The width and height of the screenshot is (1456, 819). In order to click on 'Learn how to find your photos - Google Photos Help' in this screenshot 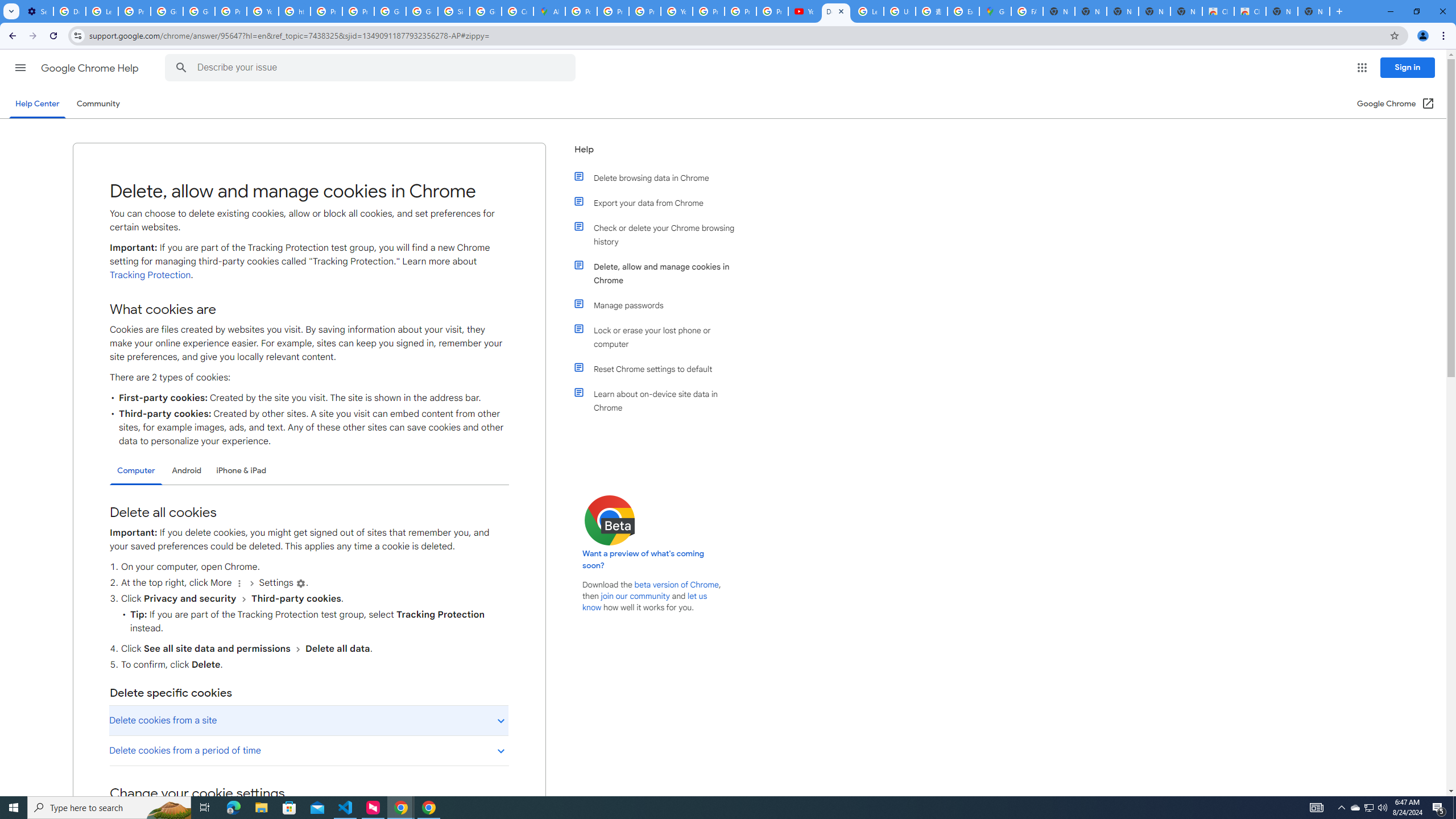, I will do `click(102, 11)`.